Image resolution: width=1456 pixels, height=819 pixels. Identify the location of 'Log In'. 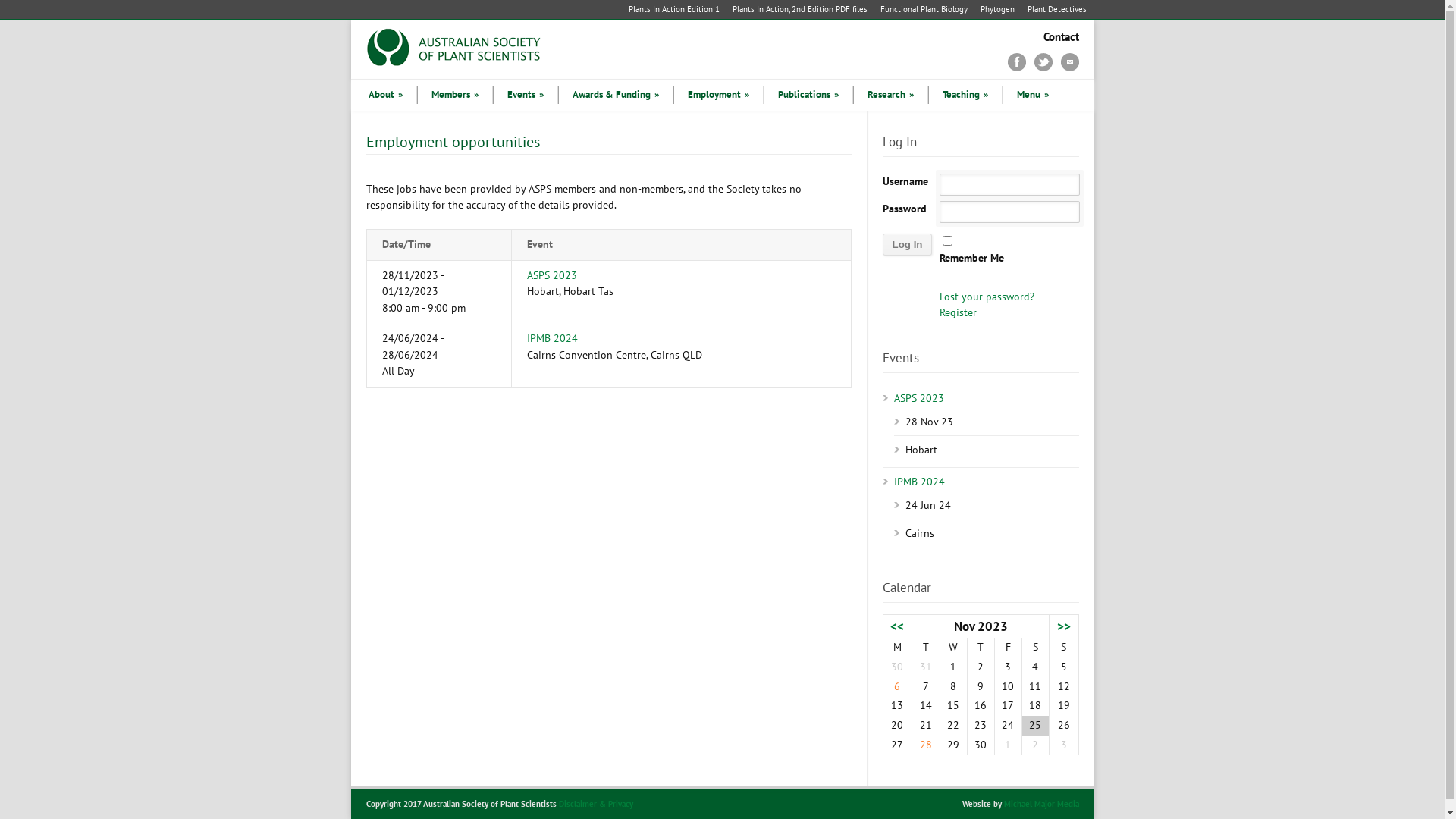
(907, 243).